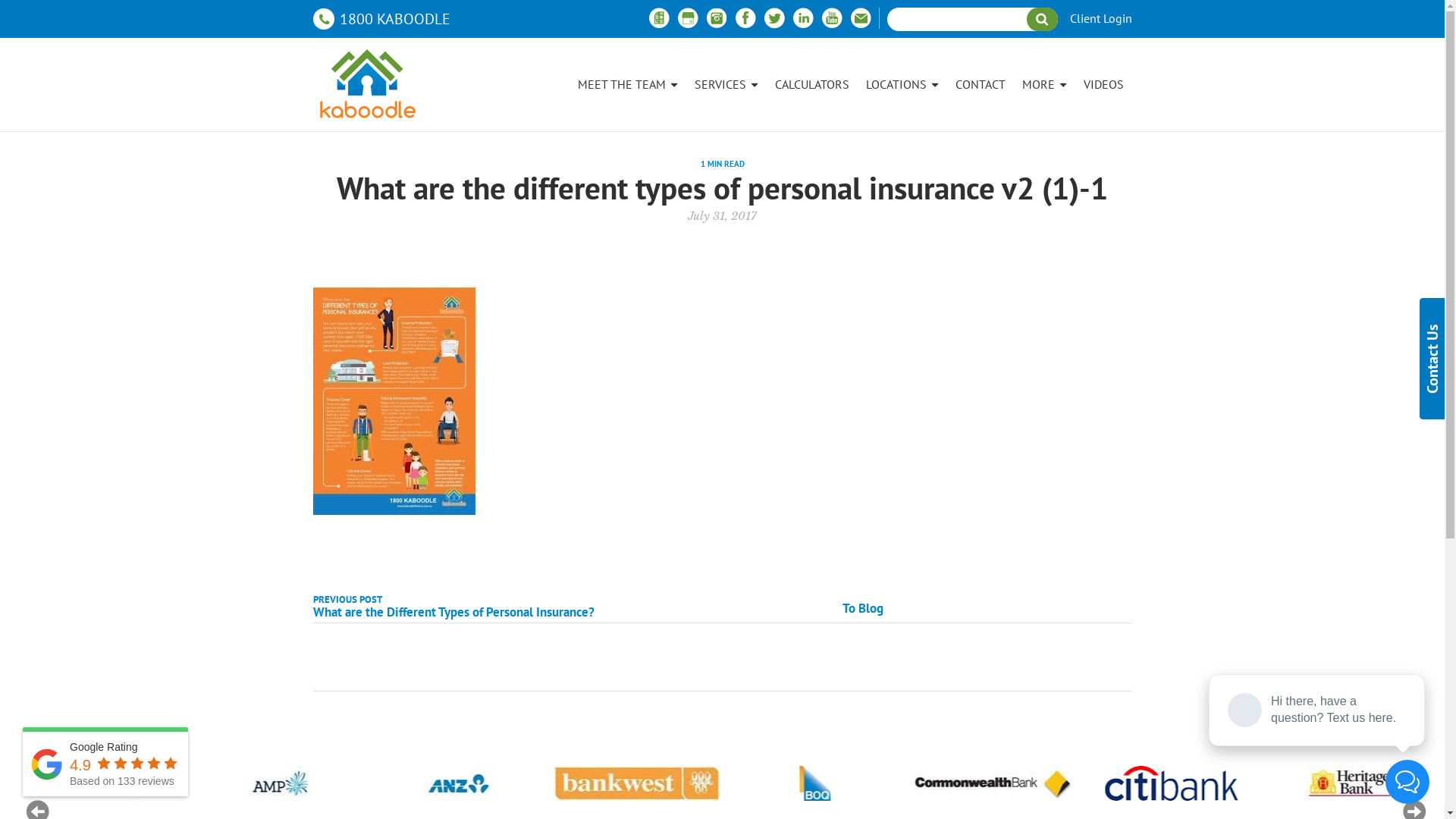 This screenshot has height=819, width=1456. What do you see at coordinates (1156, 783) in the screenshot?
I see `'Logo 08'` at bounding box center [1156, 783].